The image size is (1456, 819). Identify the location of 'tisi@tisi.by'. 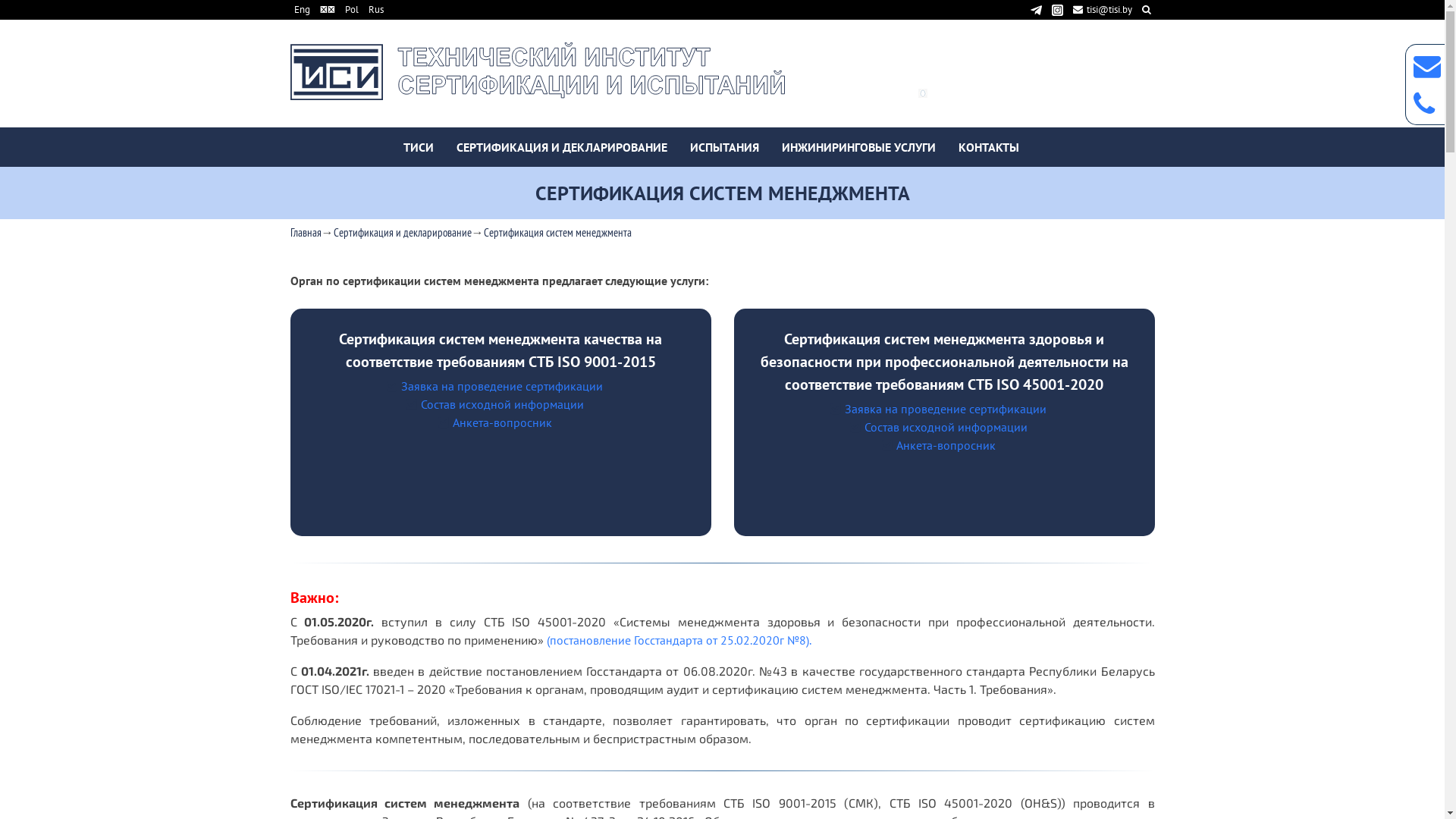
(1103, 9).